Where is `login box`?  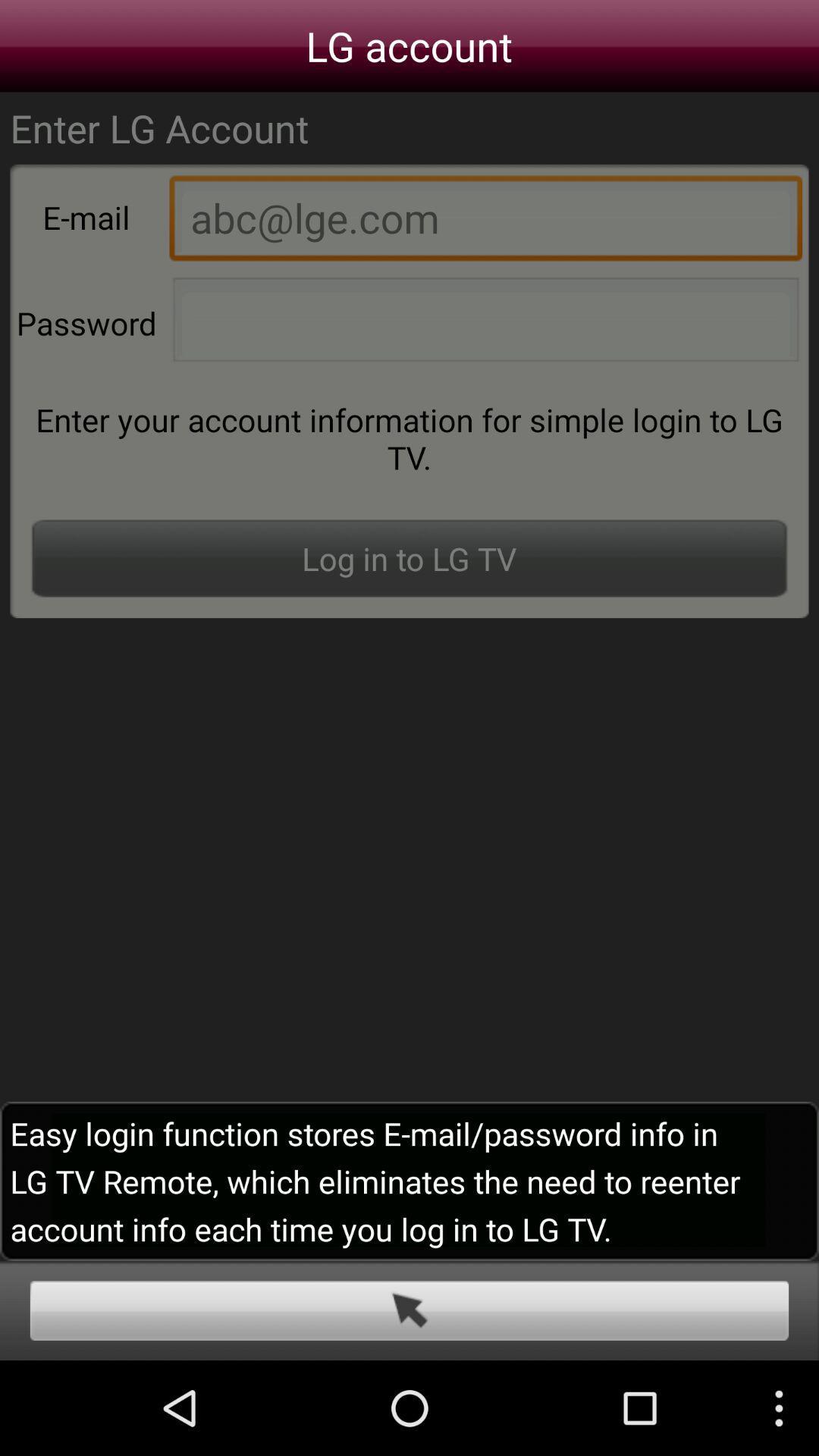 login box is located at coordinates (409, 1310).